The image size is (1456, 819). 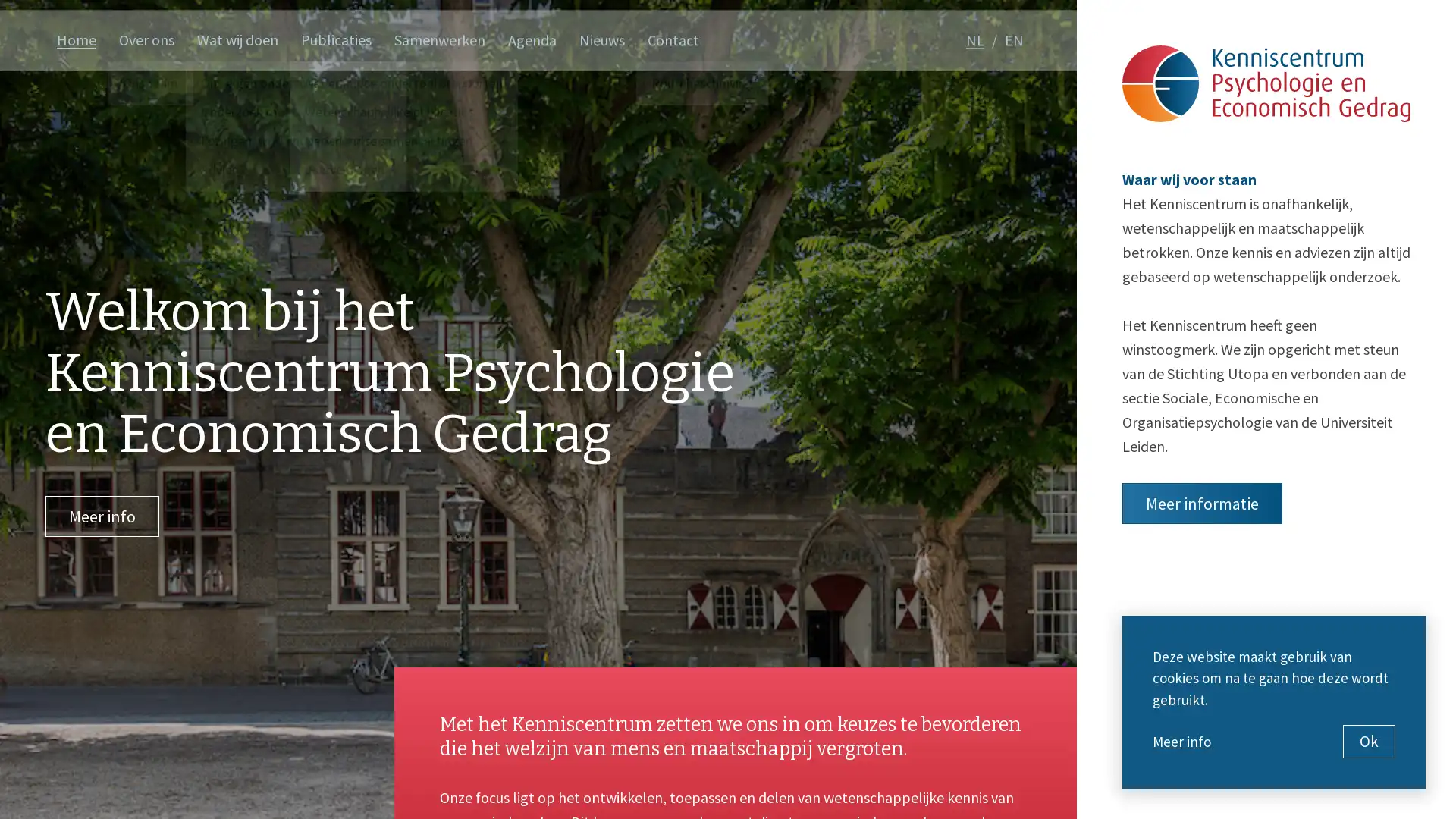 I want to click on Ok, so click(x=1369, y=741).